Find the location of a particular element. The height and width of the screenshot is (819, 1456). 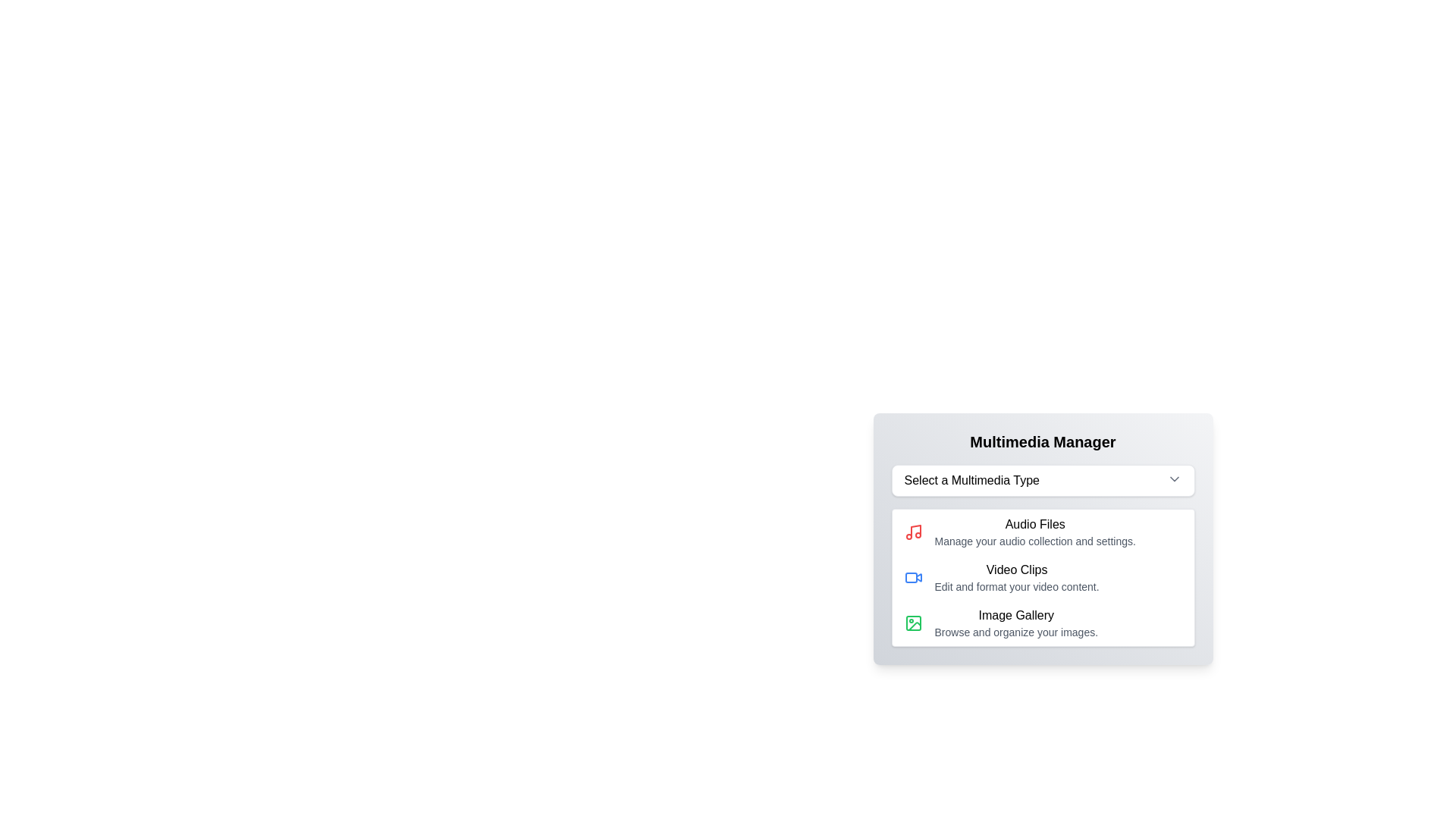

the 'Video Clips' icon located to the left of the 'Video Clips' text in the second row of the options list in the 'Multimedia Manager' section is located at coordinates (912, 578).